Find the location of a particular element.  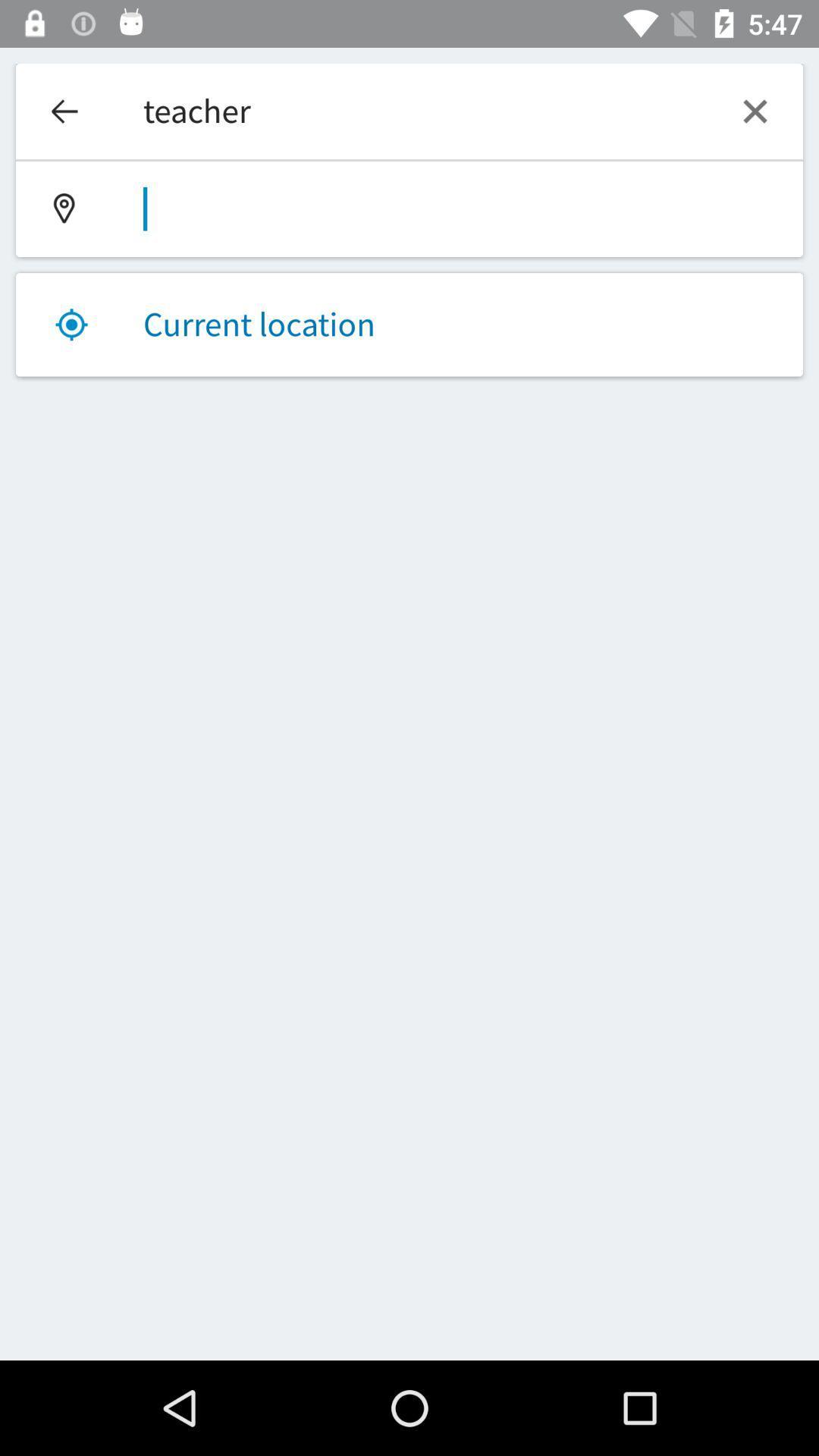

type destination is located at coordinates (409, 208).